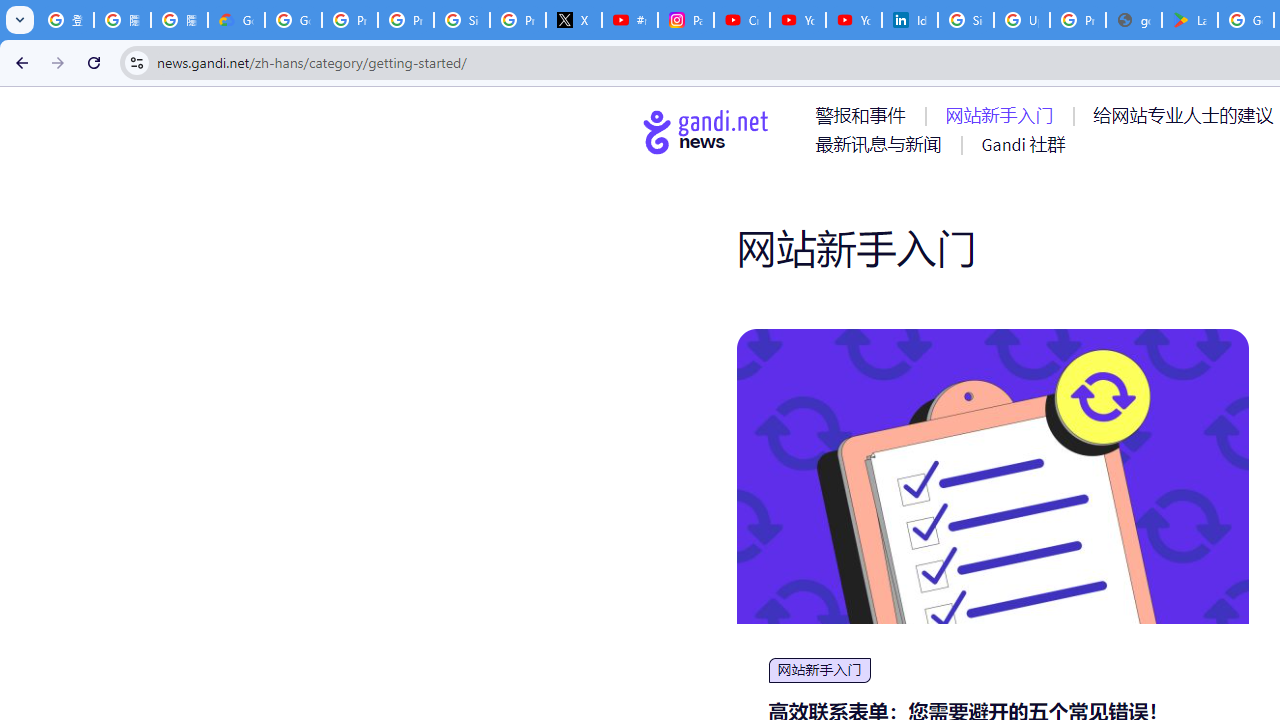 The image size is (1280, 720). I want to click on 'AutomationID: menu-item-77767', so click(1023, 143).